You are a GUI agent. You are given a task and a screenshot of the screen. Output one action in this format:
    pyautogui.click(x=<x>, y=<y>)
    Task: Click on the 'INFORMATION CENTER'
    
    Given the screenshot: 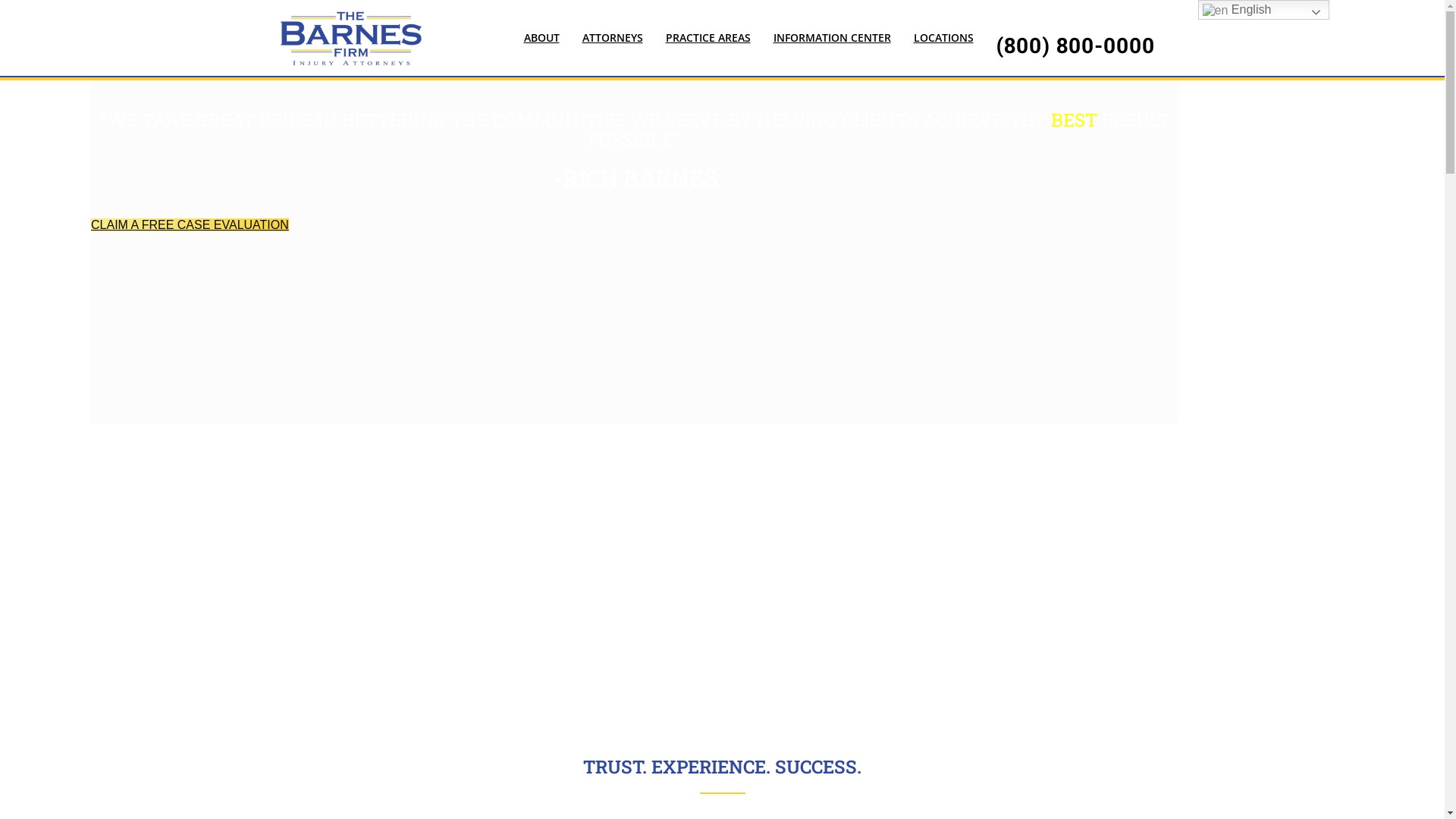 What is the action you would take?
    pyautogui.click(x=761, y=36)
    